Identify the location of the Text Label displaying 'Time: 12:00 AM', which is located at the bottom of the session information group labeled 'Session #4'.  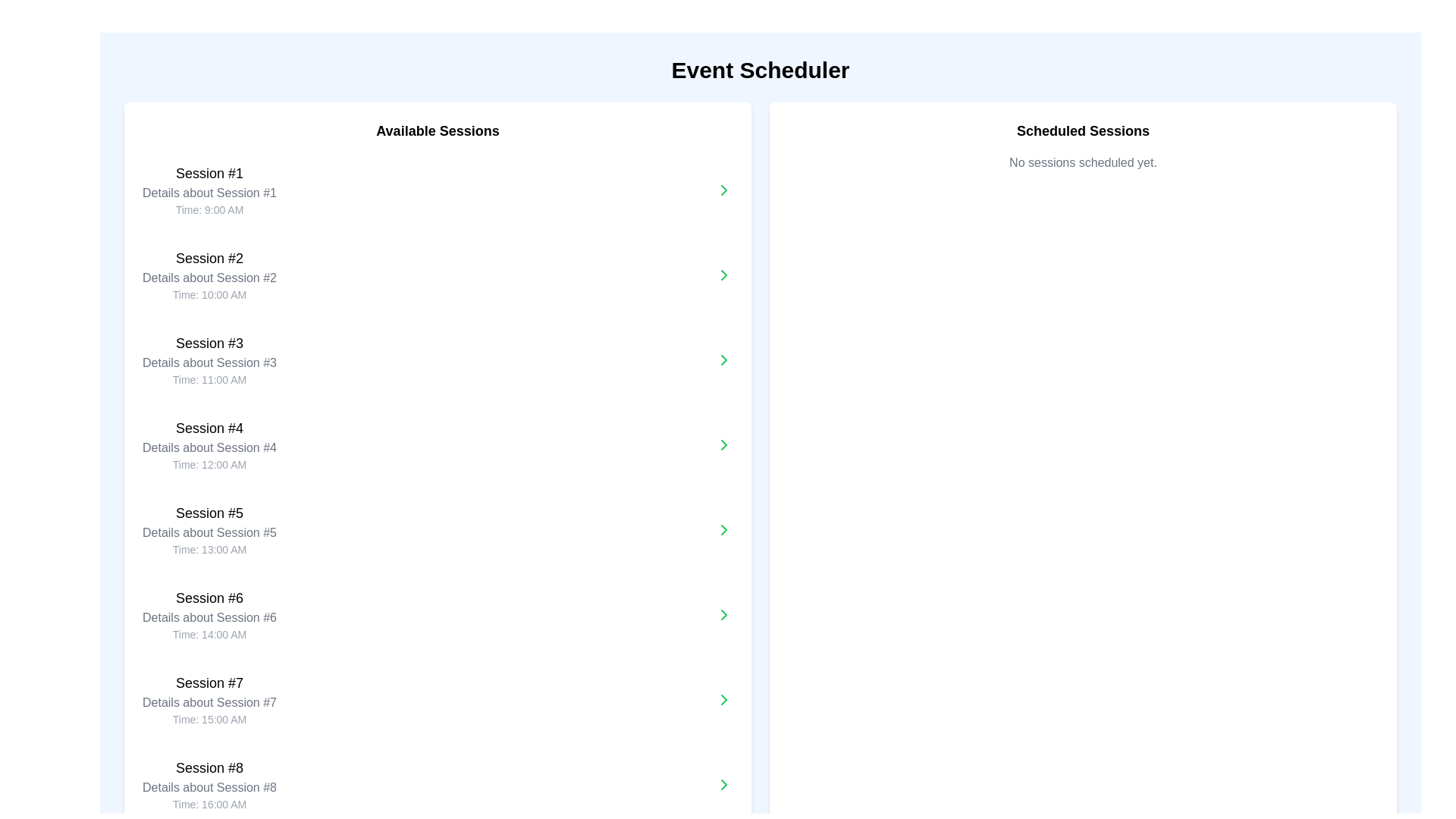
(209, 464).